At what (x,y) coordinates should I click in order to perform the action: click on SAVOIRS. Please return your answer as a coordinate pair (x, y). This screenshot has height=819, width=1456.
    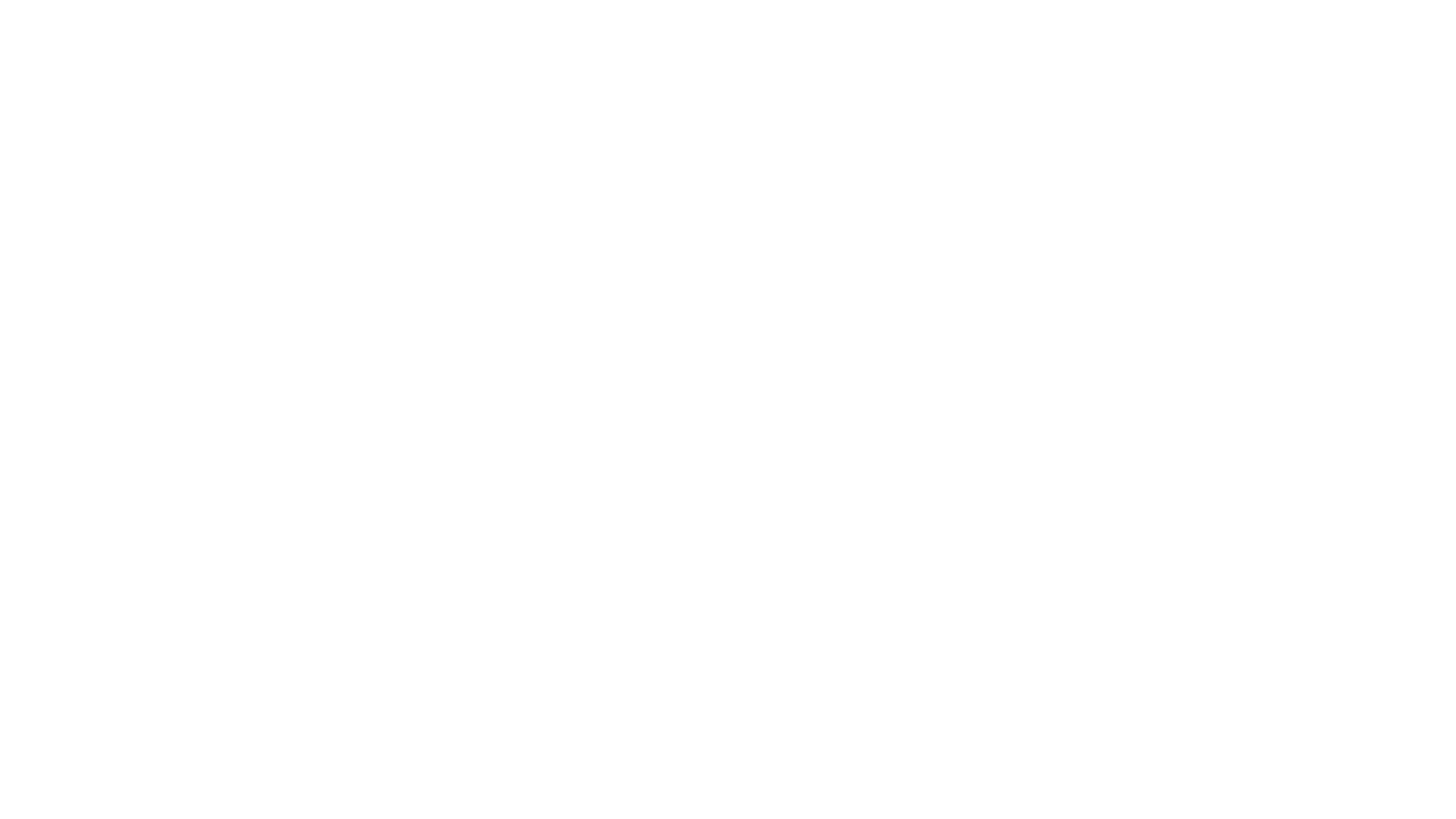
    Looking at the image, I should click on (564, 116).